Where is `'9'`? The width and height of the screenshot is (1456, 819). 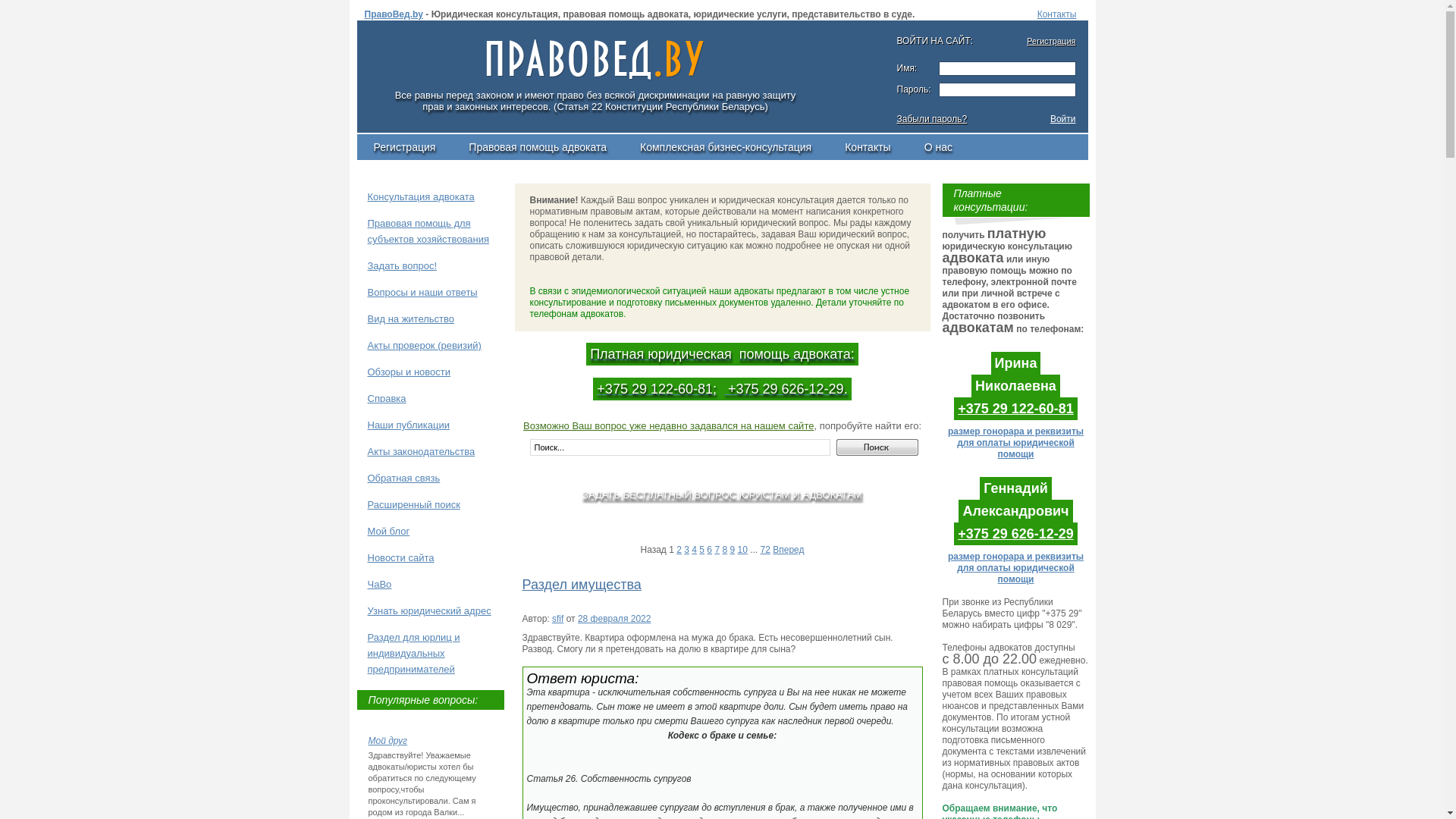
'9' is located at coordinates (732, 550).